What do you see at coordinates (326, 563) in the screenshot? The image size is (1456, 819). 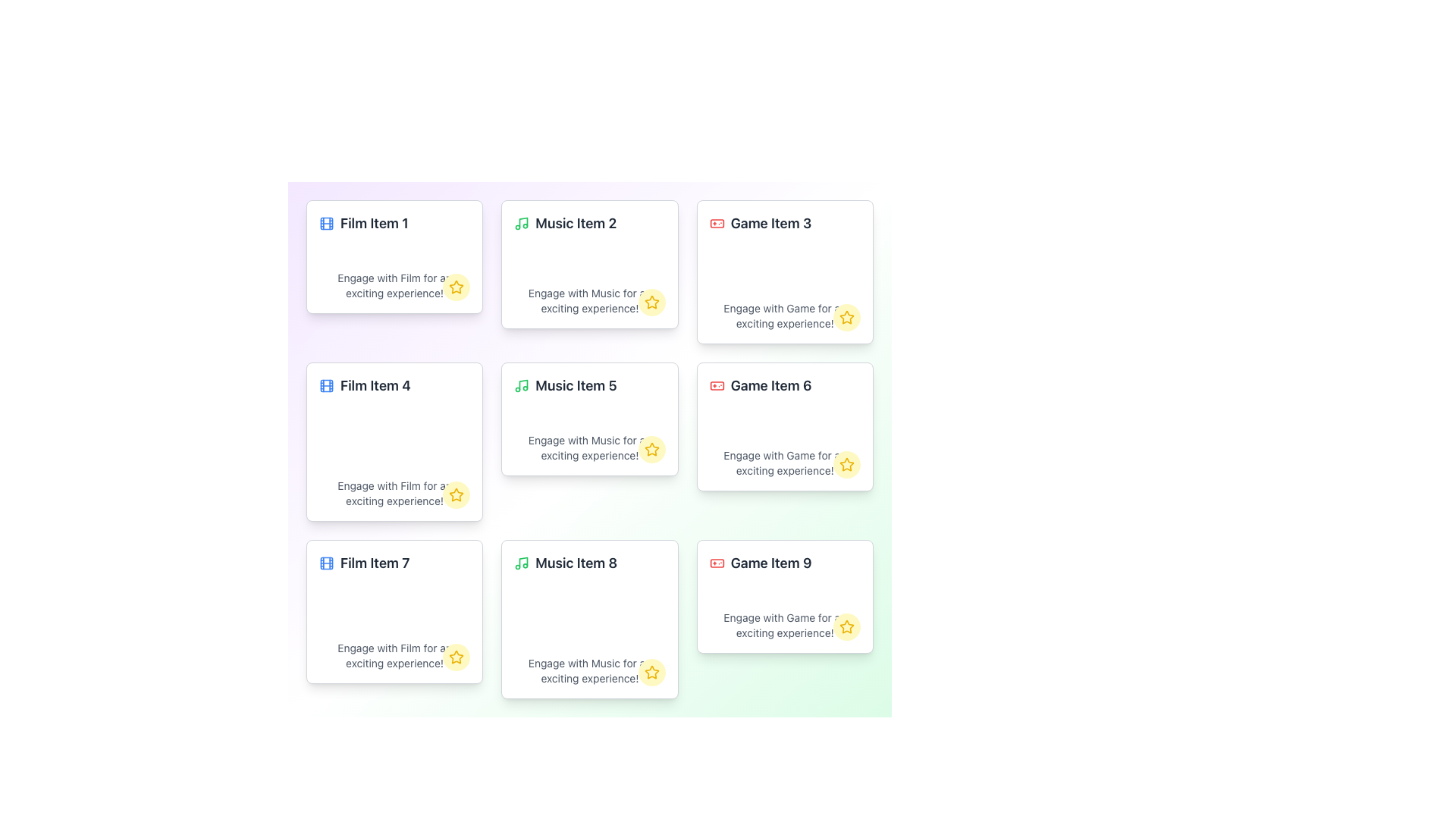 I see `the blue film strip icon located at the top left corner of the 'Film Item 7' card` at bounding box center [326, 563].